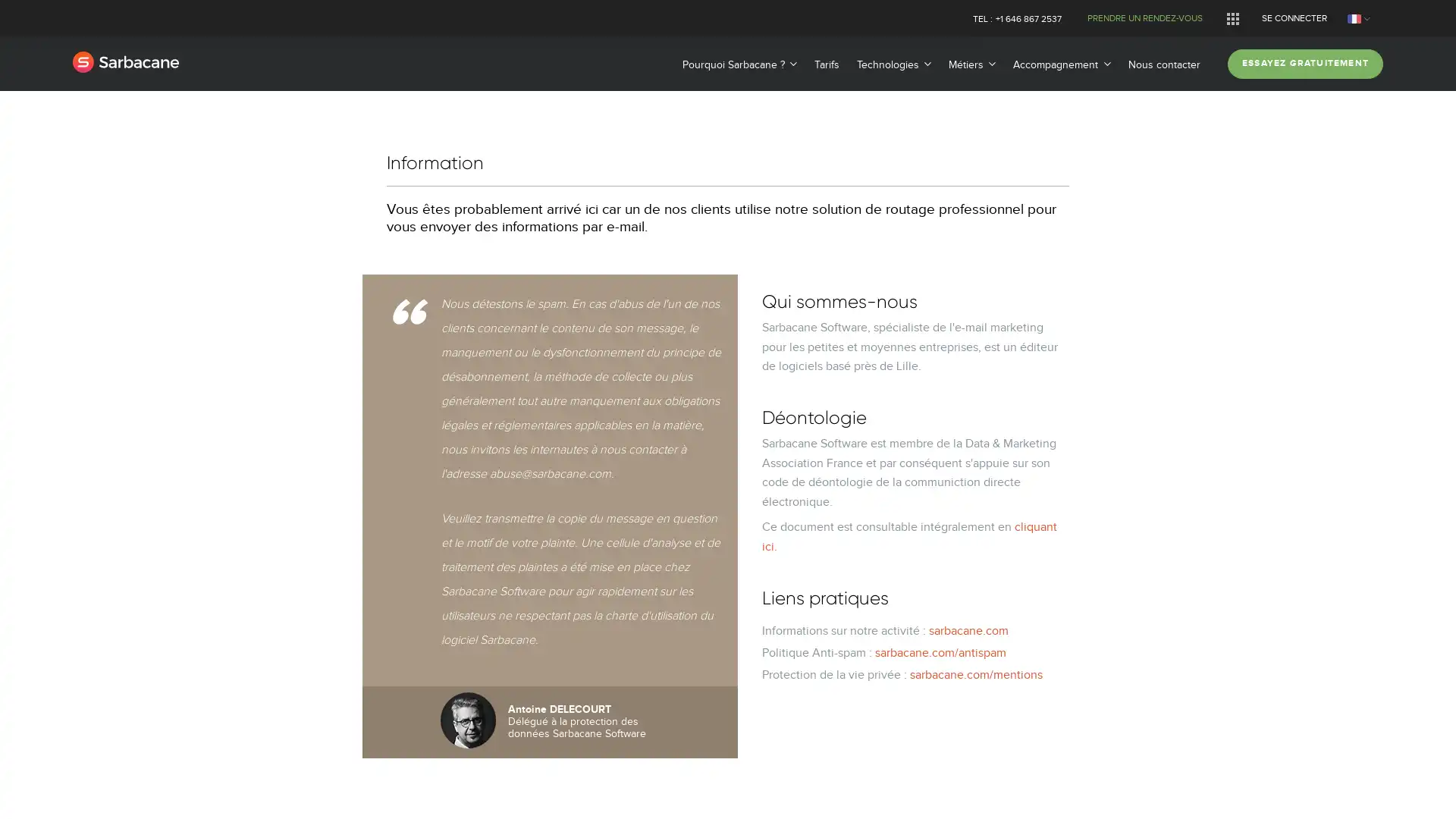  What do you see at coordinates (32, 790) in the screenshot?
I see `Manage your preferences about cookies` at bounding box center [32, 790].